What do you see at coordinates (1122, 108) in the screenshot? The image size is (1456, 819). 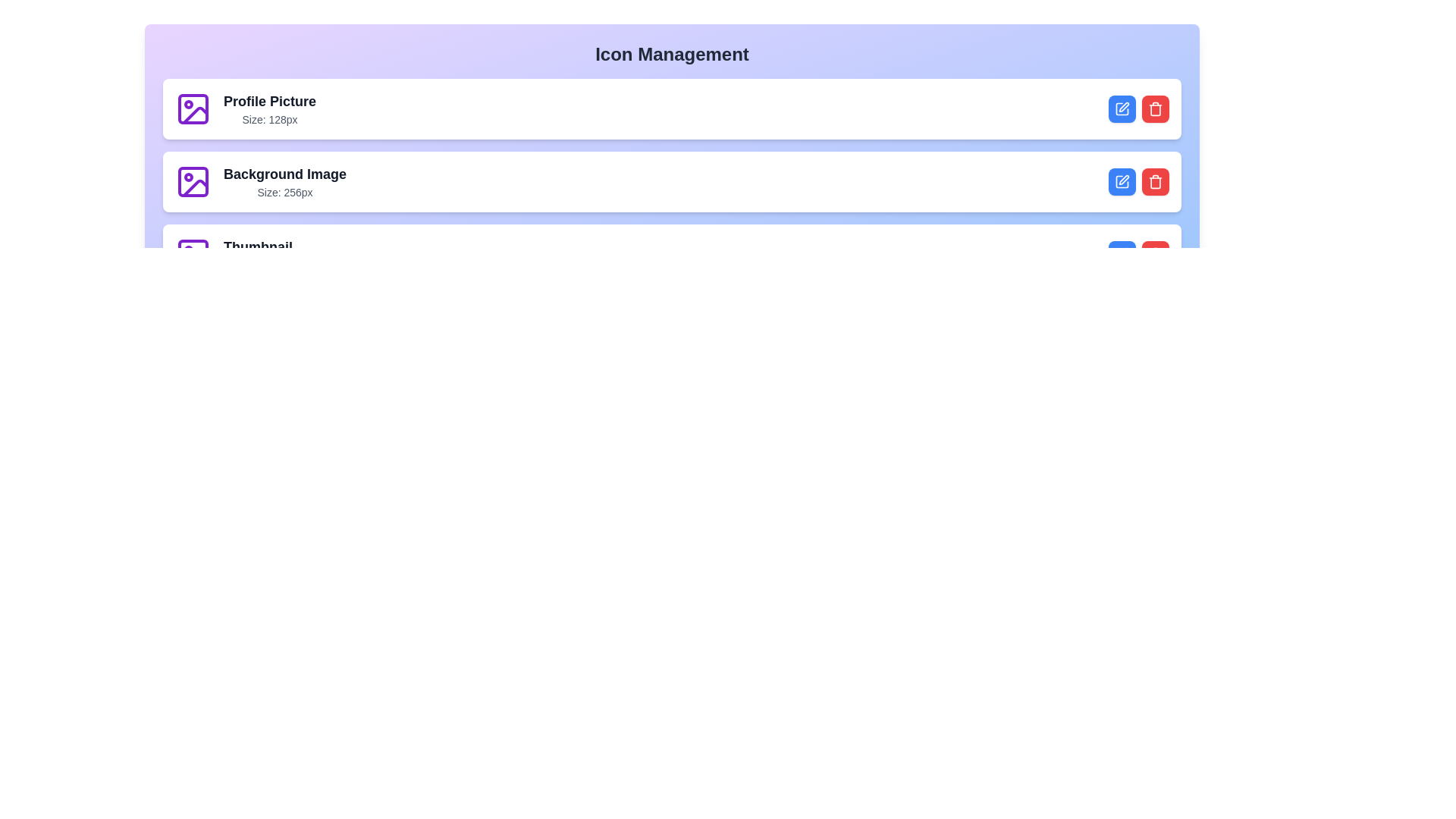 I see `the edit button located in the first row of listed items, positioned to the right of the delete button` at bounding box center [1122, 108].